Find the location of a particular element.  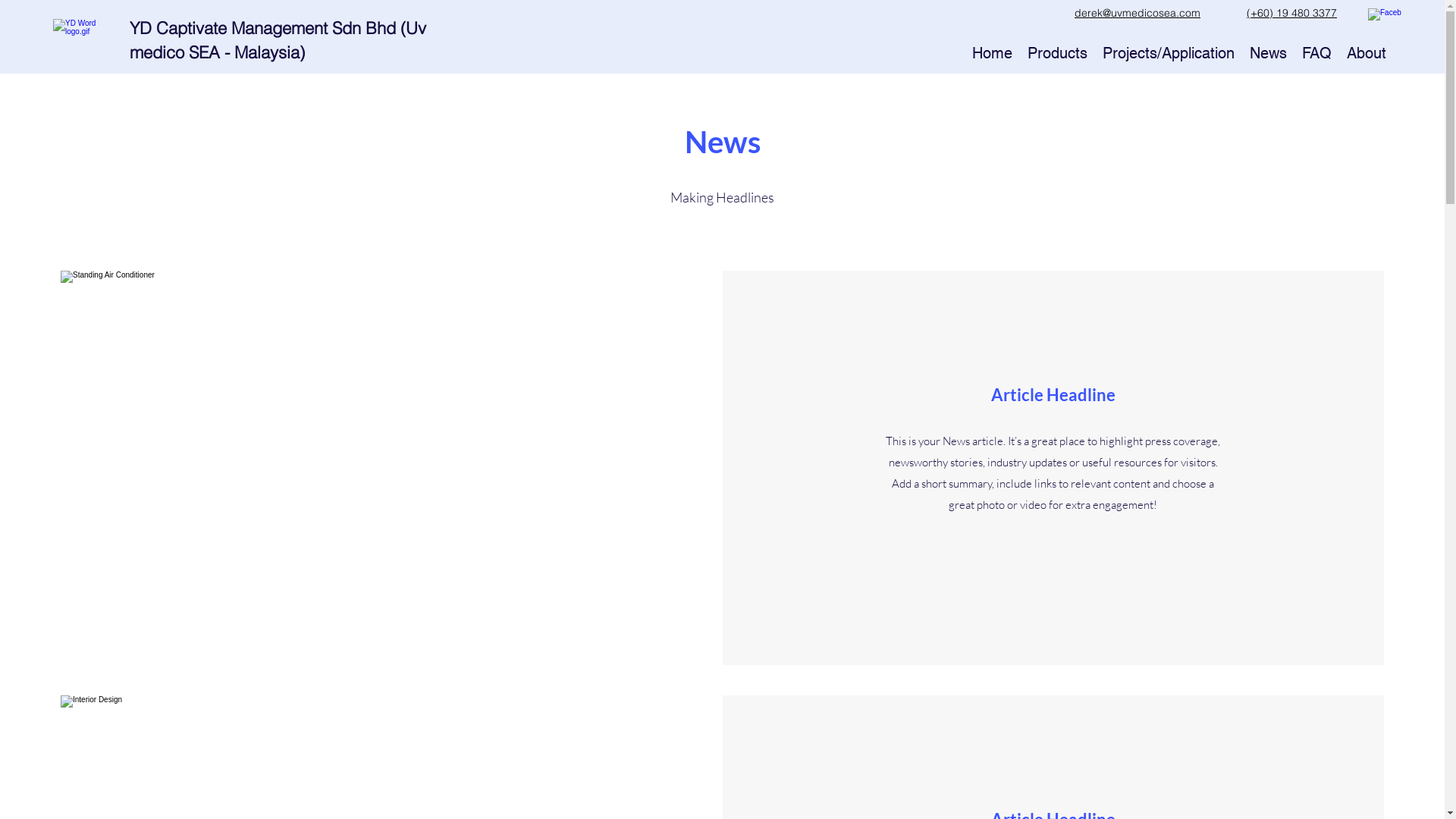

'FAQ' is located at coordinates (1316, 52).